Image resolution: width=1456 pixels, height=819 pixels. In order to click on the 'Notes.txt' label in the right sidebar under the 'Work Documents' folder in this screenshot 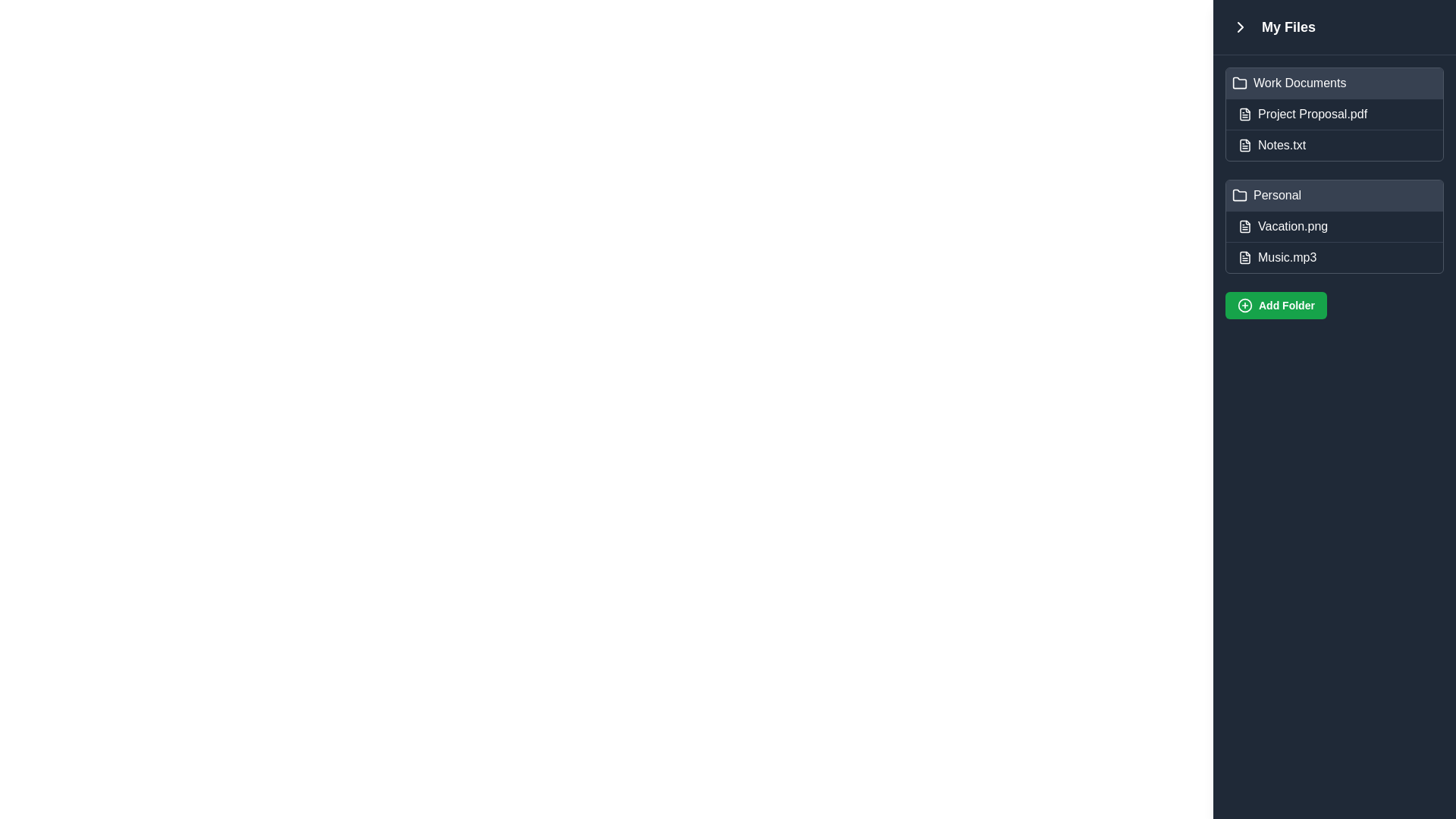, I will do `click(1281, 146)`.